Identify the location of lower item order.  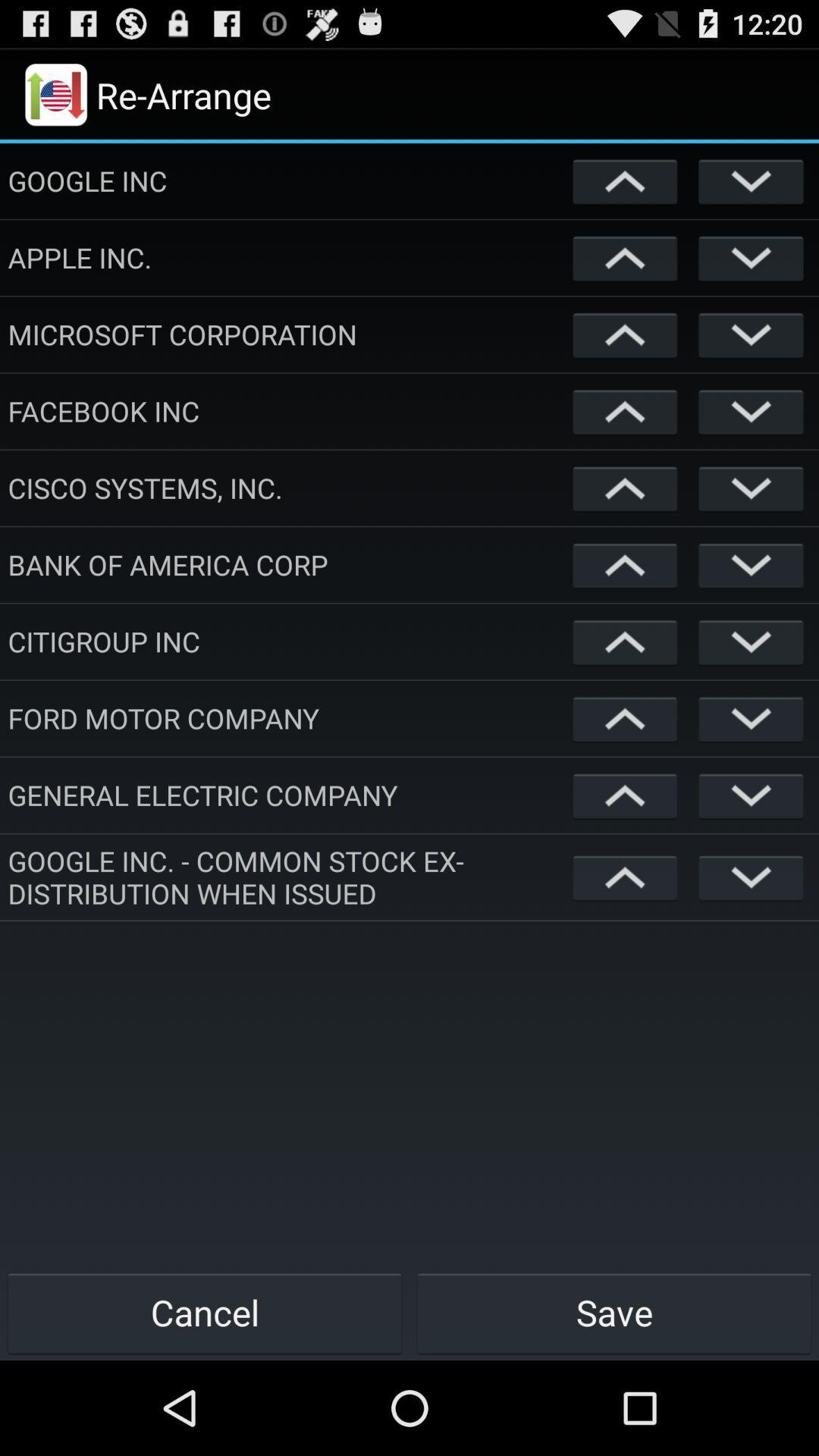
(751, 877).